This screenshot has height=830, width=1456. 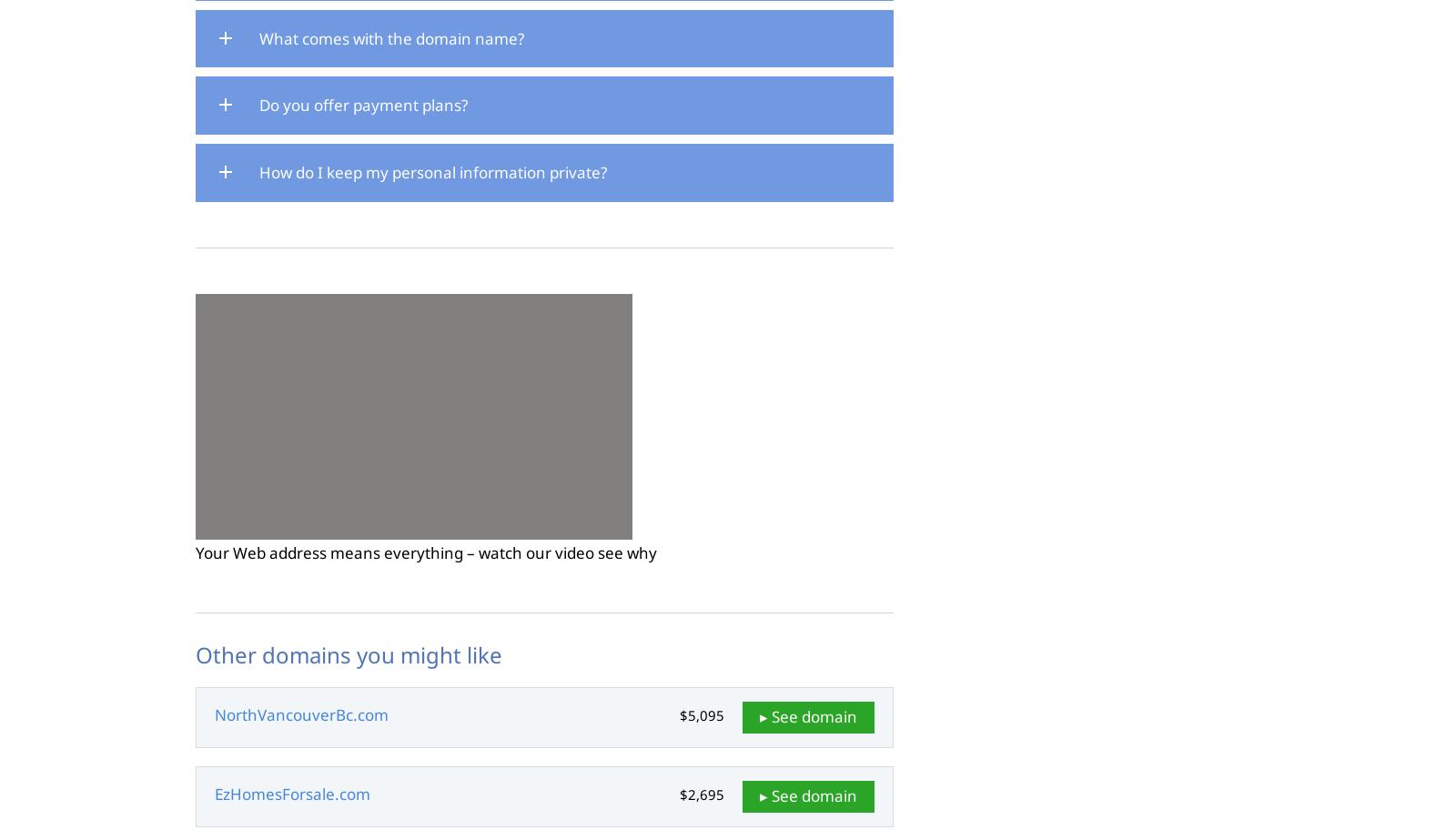 I want to click on 'NorthVancouverBc.com', so click(x=301, y=714).